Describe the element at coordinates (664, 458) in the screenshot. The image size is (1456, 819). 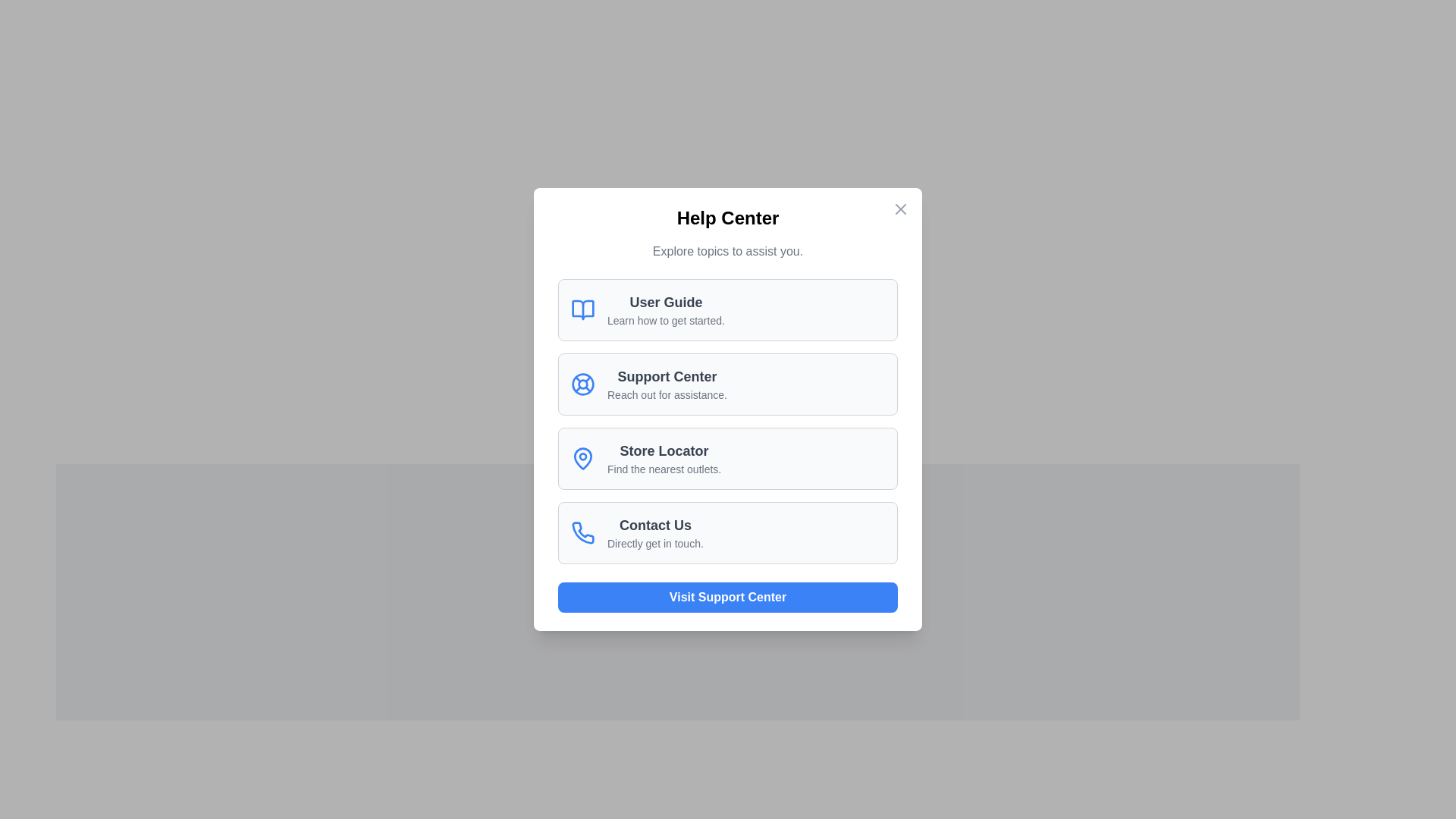
I see `the Store Locator text label located in the central modal, which is positioned beneath 'Support Center' and above 'Contact Us'` at that location.